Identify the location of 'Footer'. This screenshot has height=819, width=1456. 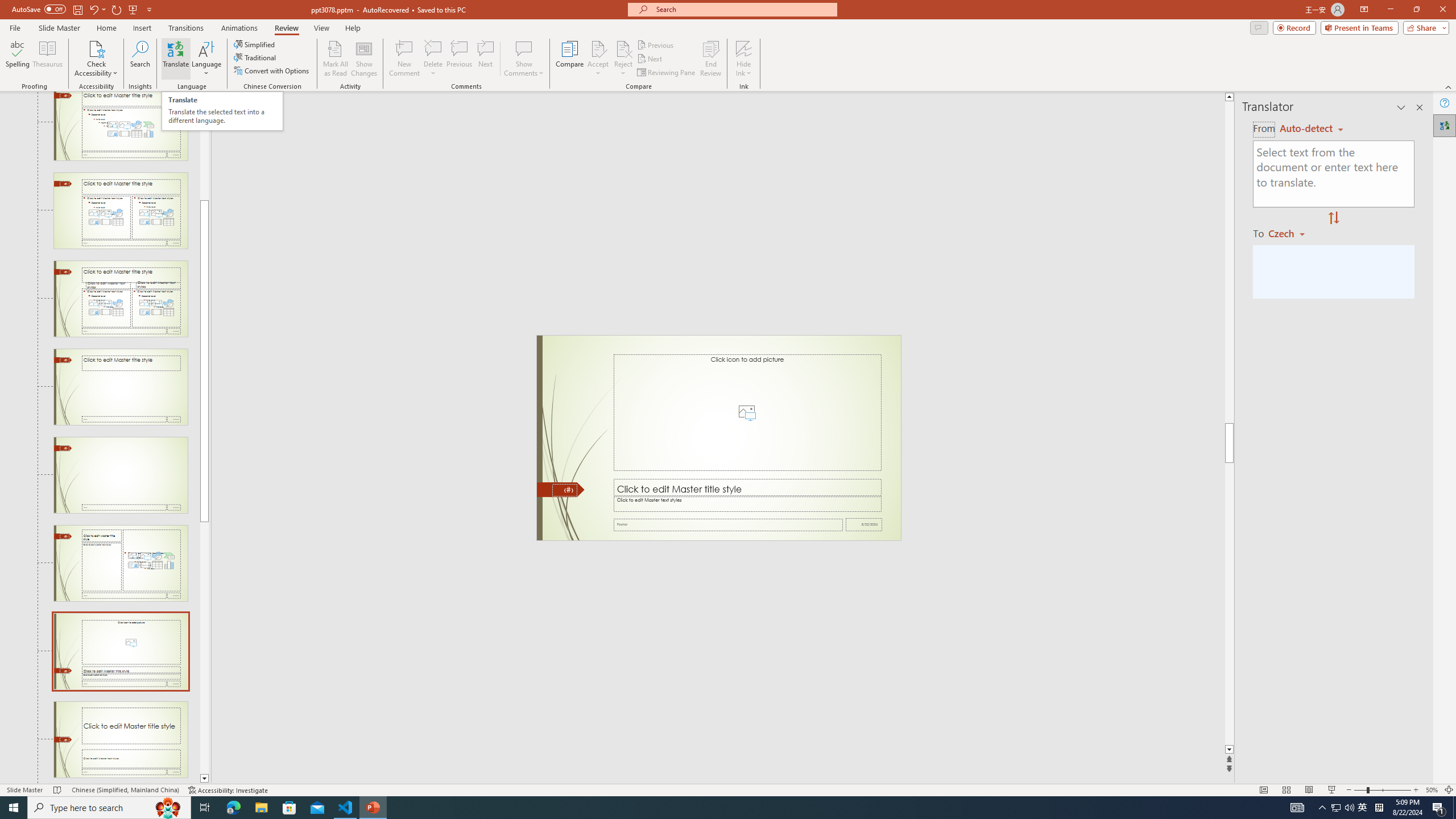
(728, 524).